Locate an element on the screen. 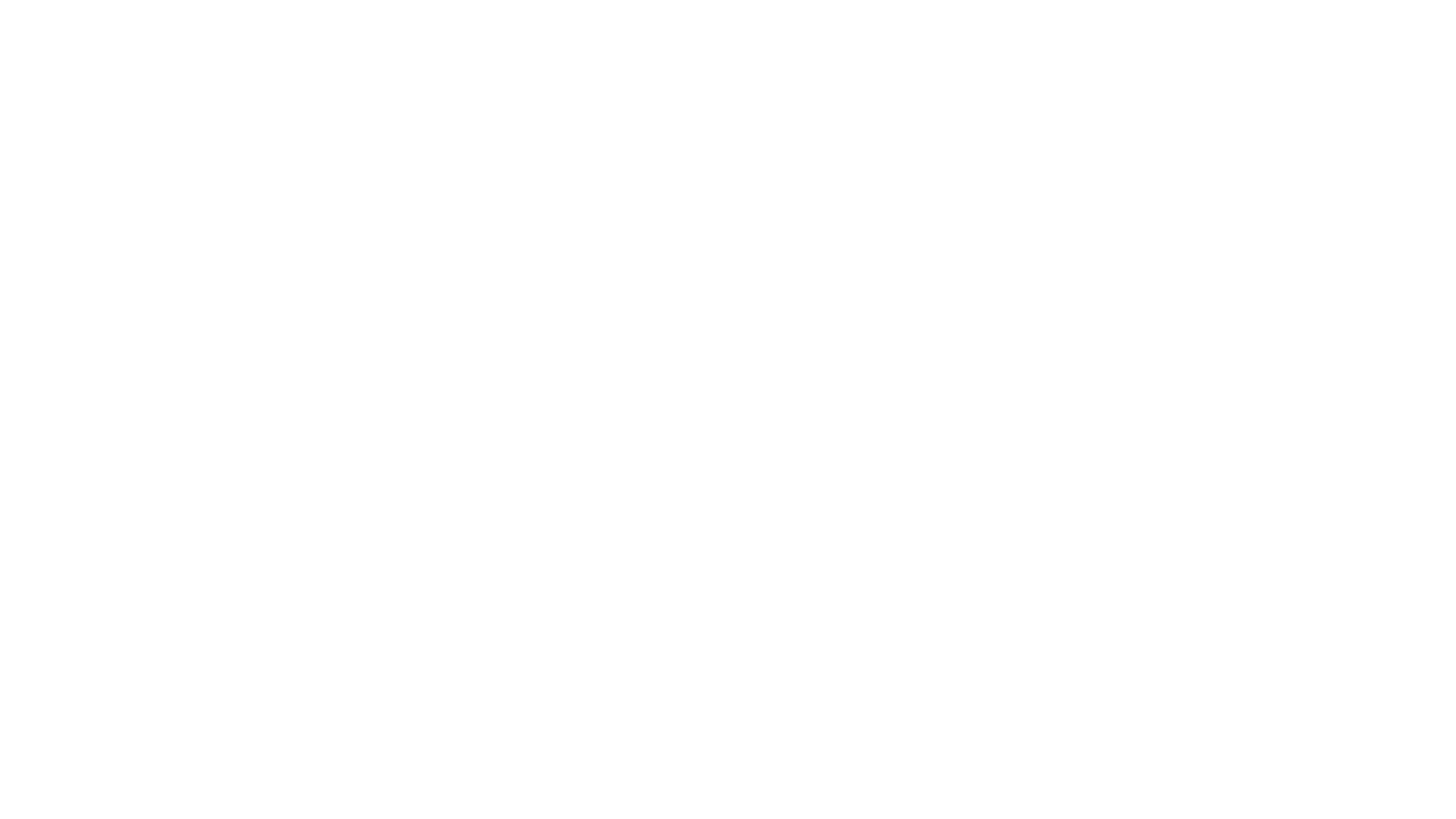  Rencontres creatives is located at coordinates (792, 127).